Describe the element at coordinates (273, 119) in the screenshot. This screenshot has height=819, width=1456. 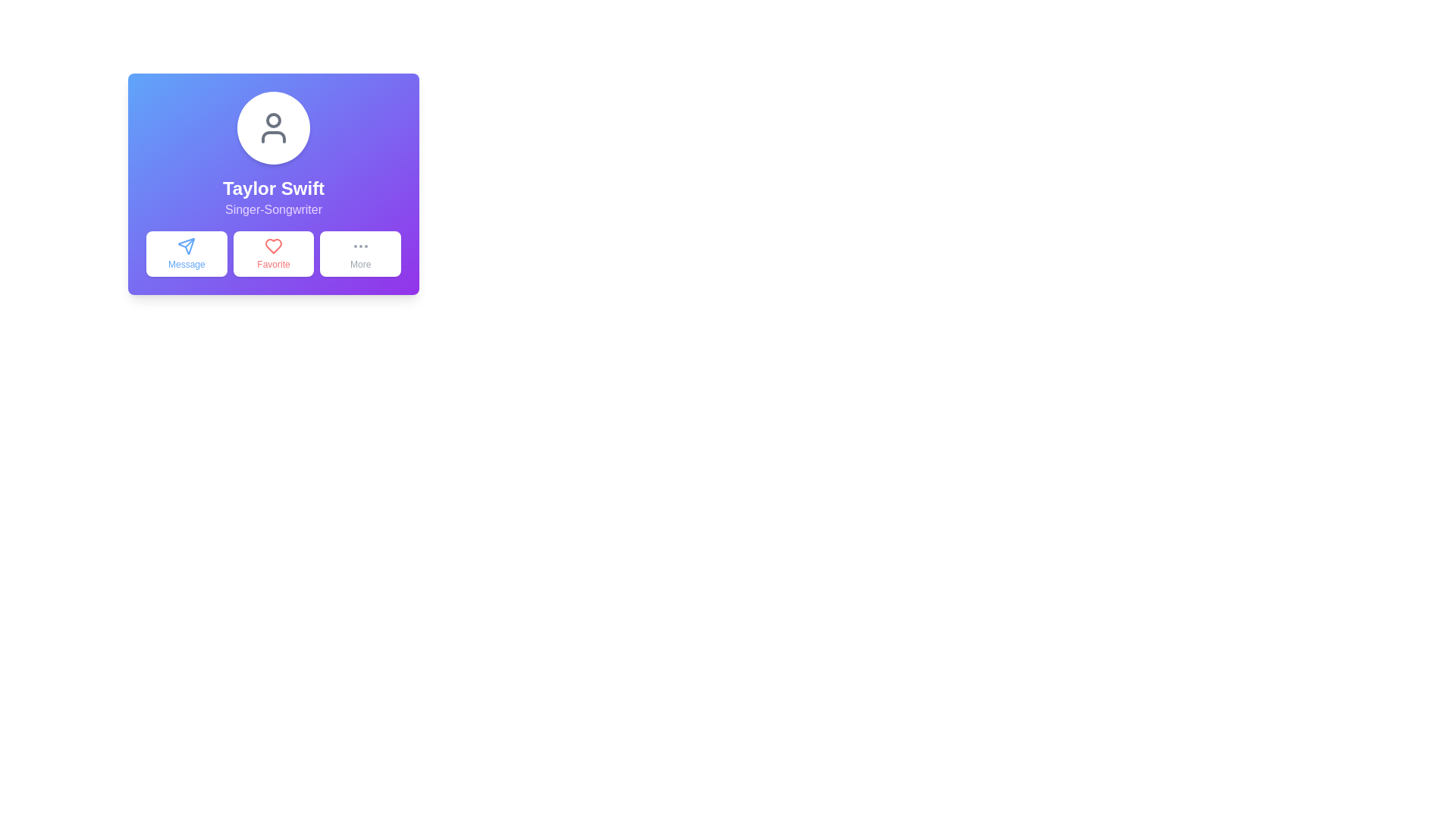
I see `the decorative graphical element that is part of the user profile icon design located at the top of the user card` at that location.